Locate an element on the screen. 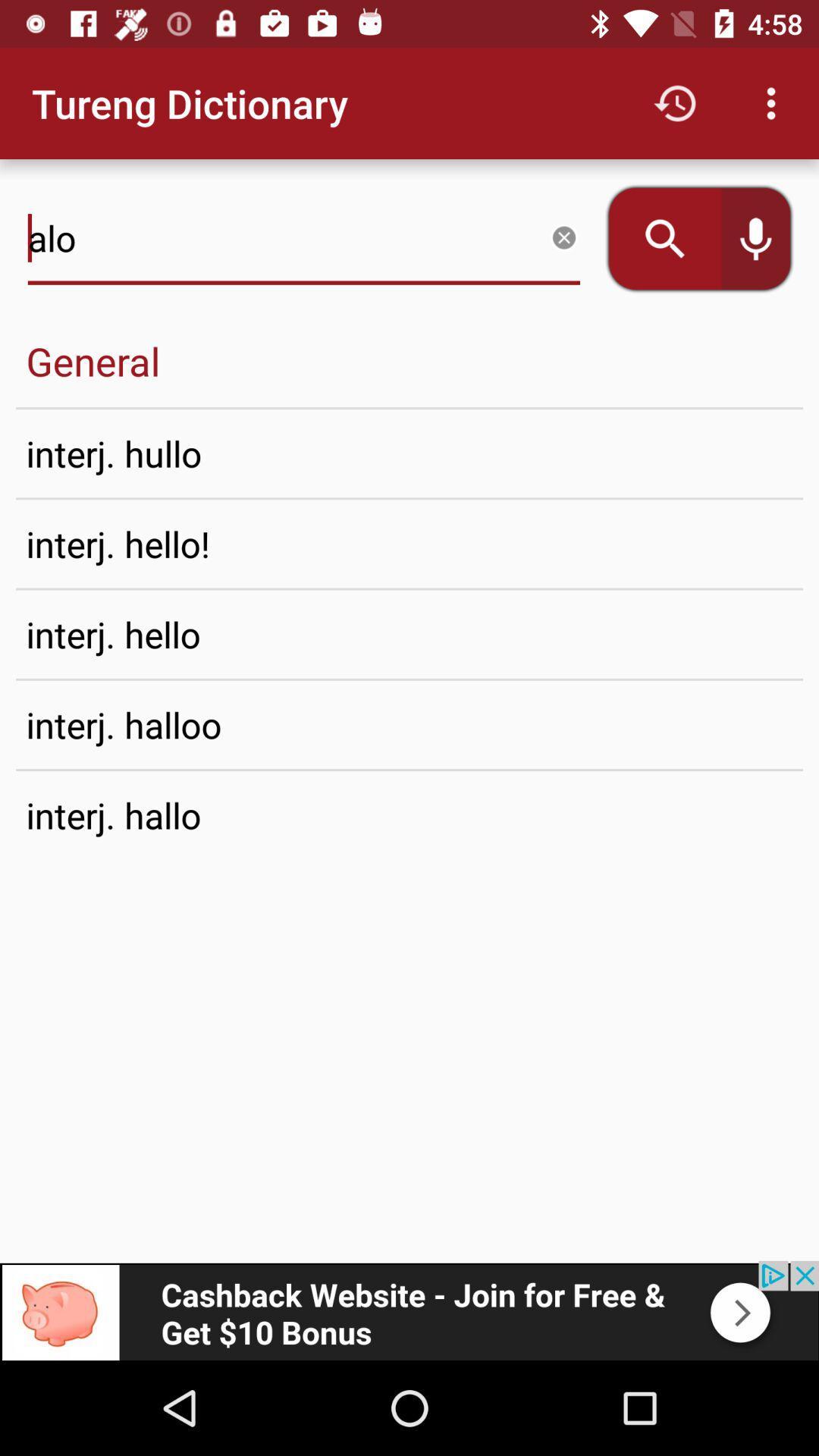  advertisement is located at coordinates (409, 1310).